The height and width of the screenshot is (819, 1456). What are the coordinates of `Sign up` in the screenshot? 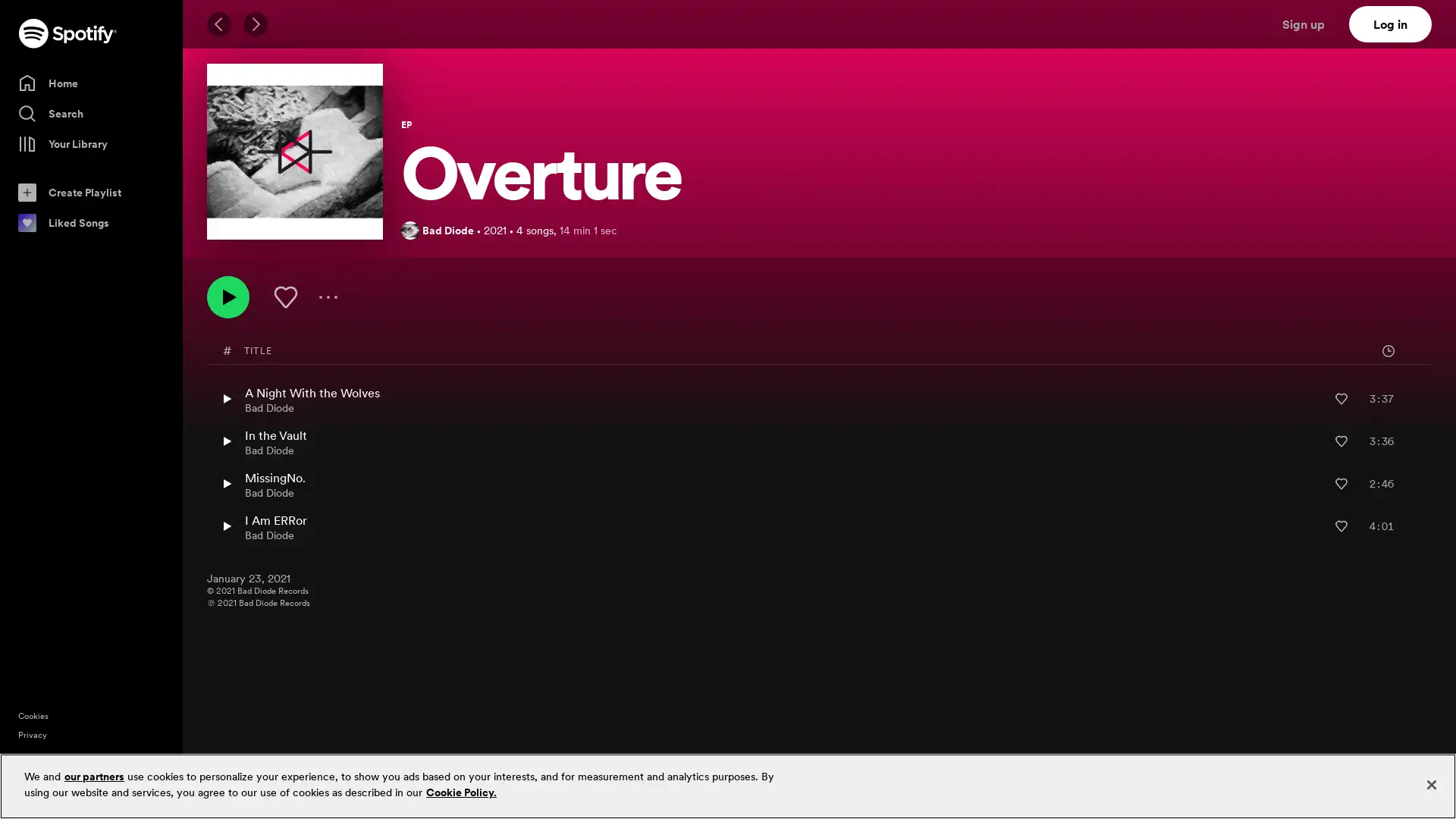 It's located at (1312, 24).